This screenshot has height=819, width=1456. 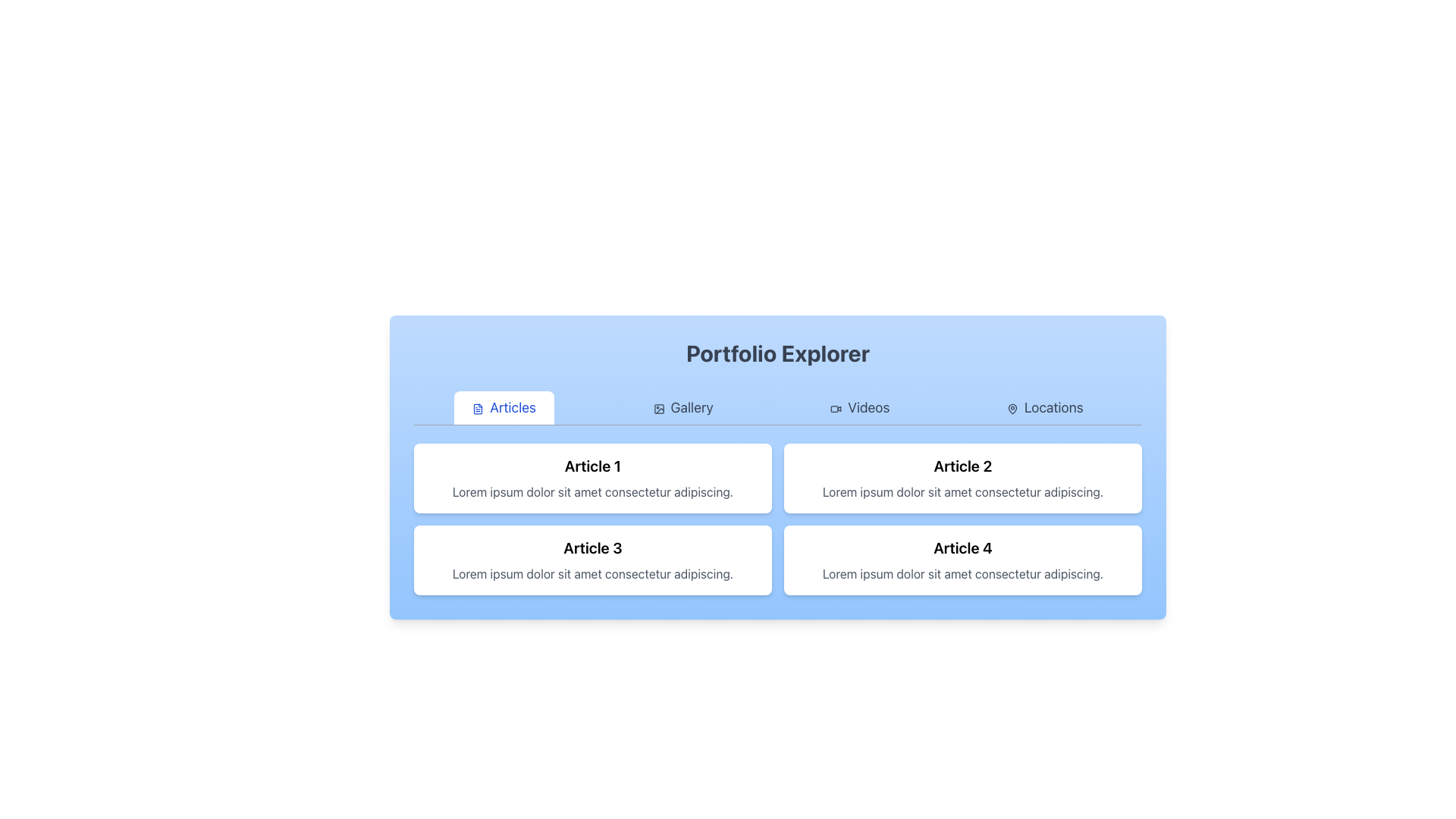 What do you see at coordinates (658, 408) in the screenshot?
I see `the icon element resembling an image symbol in the 'Gallery' tab` at bounding box center [658, 408].